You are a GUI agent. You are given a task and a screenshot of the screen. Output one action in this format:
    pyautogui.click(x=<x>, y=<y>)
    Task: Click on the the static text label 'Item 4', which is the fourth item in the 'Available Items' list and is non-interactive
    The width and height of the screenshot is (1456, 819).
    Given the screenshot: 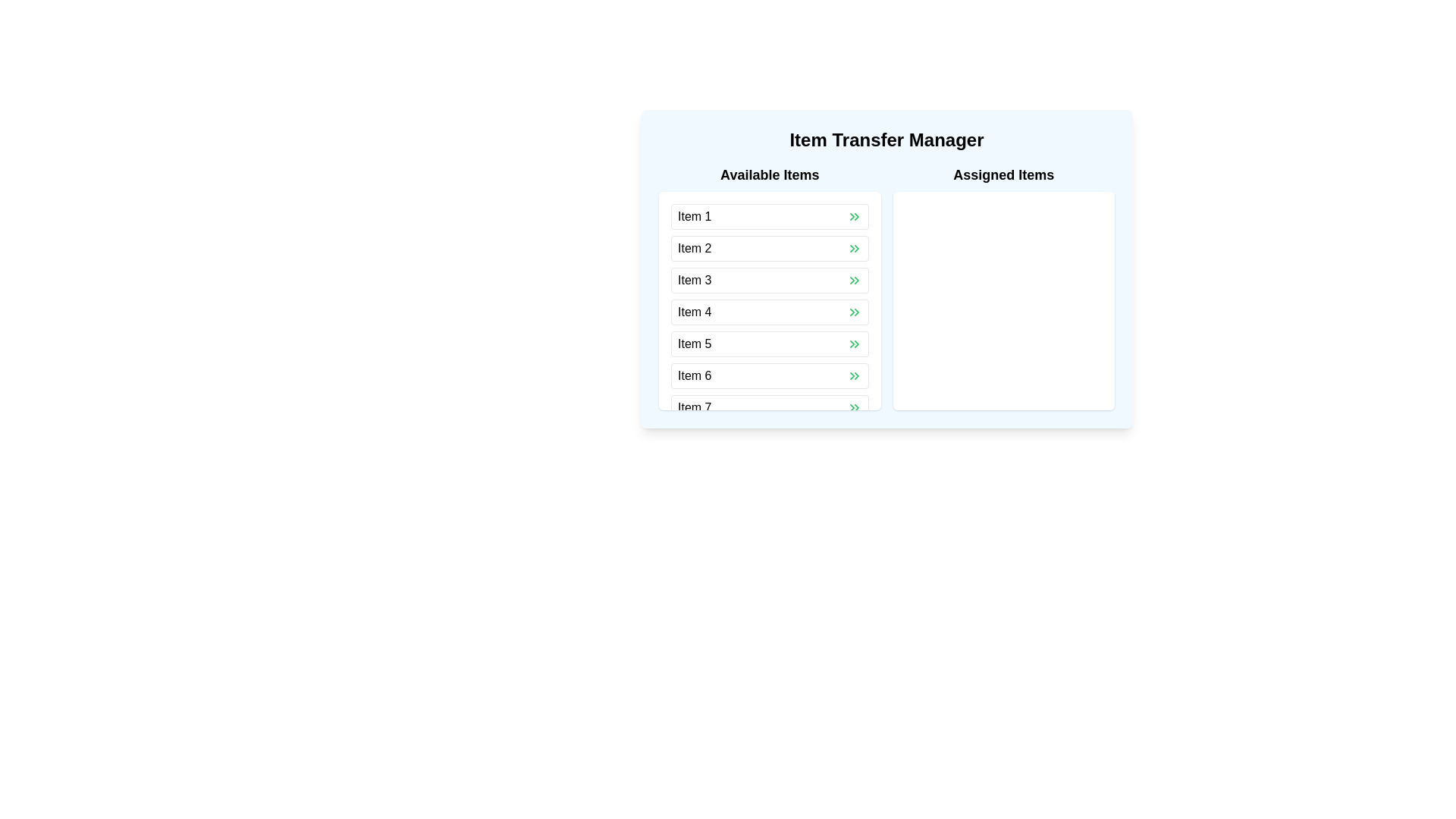 What is the action you would take?
    pyautogui.click(x=694, y=312)
    